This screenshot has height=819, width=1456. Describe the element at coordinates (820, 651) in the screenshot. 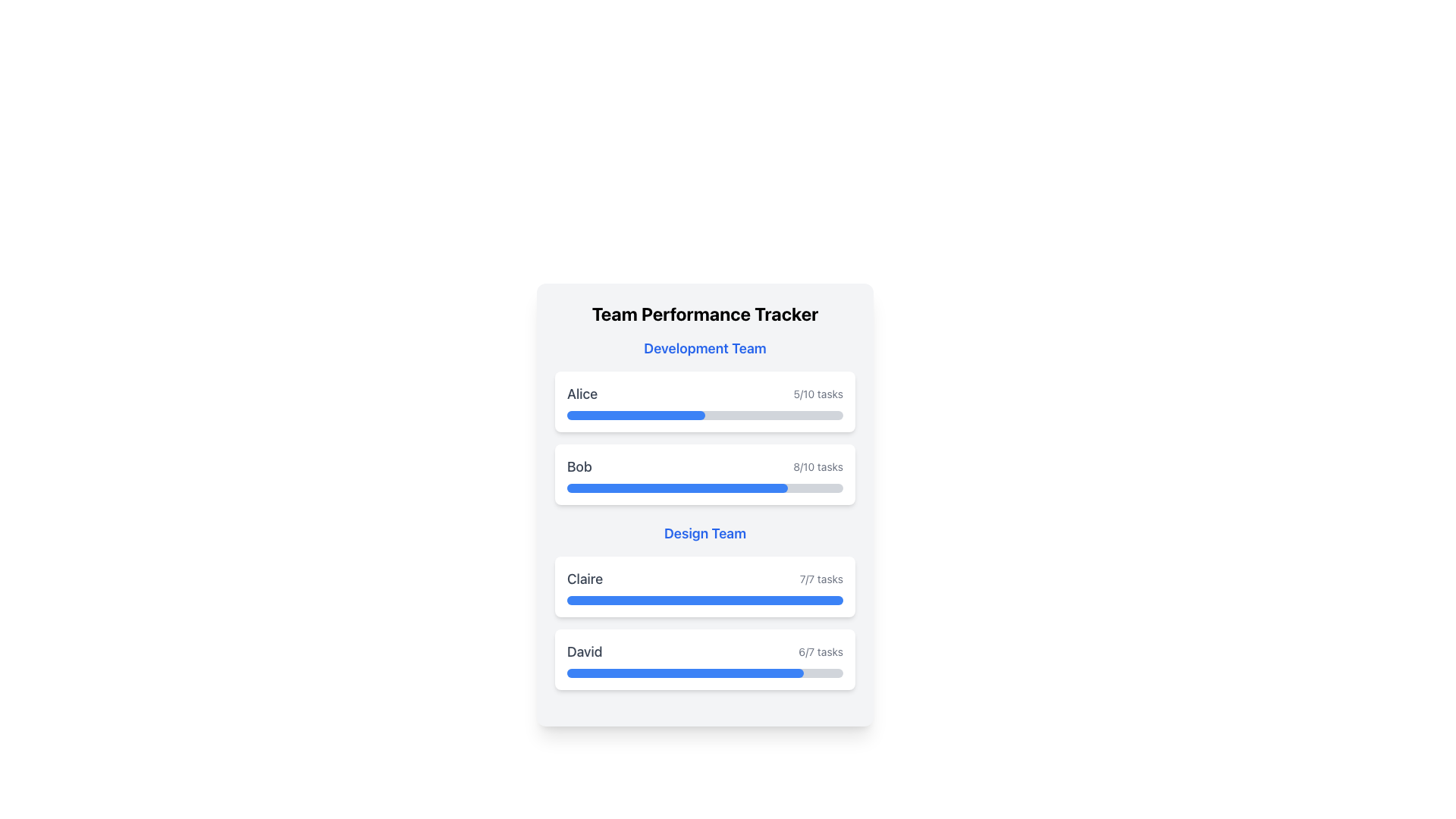

I see `the text label displaying '6/7 tasks' in light gray color, located on the right side of the 'David' name within the 'Design Team' section of the performance tracker interface` at that location.